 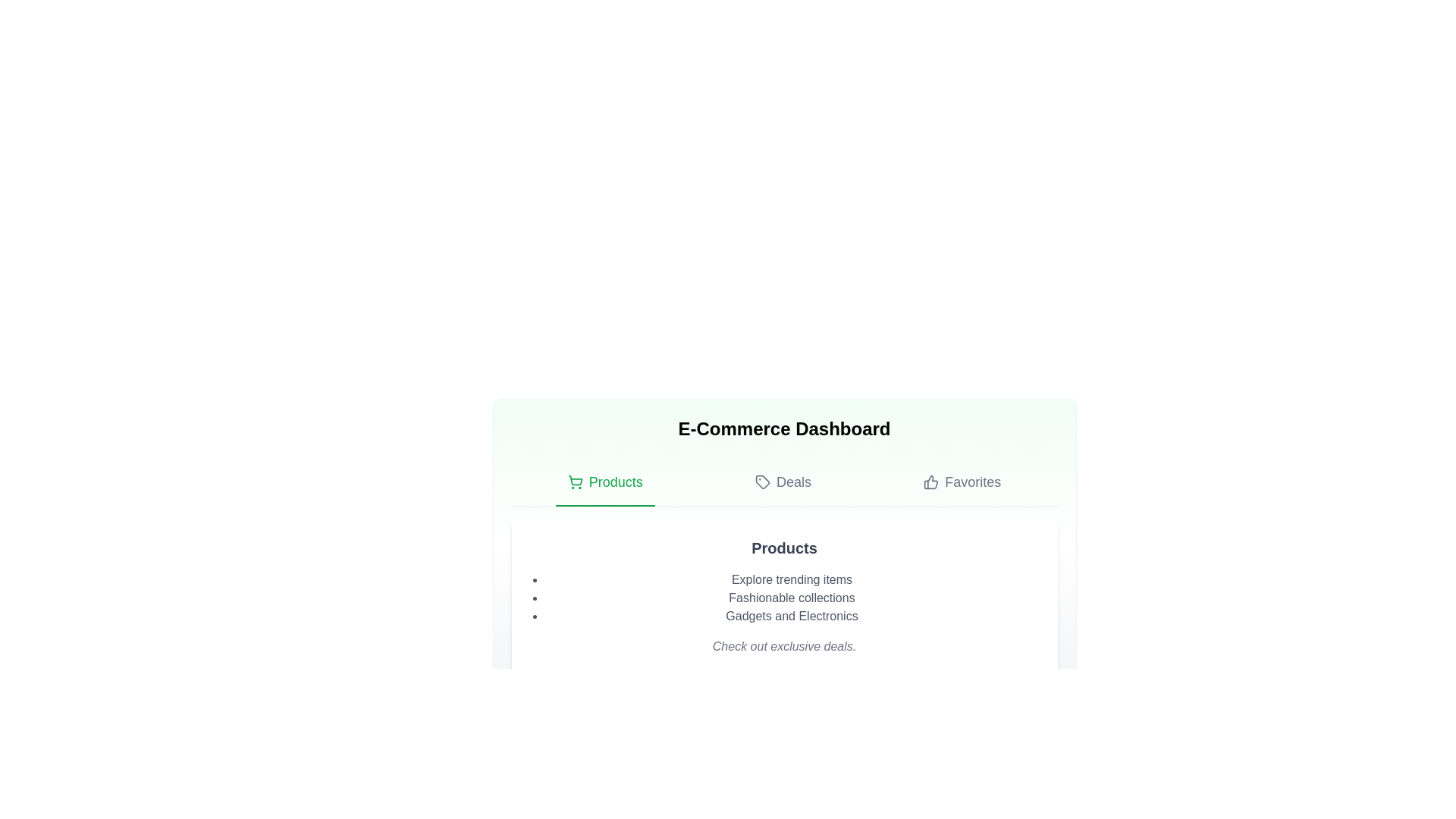 What do you see at coordinates (784, 595) in the screenshot?
I see `text content of the informational card showcasing trending products and promotional deals located in the lower part of the E-Commerce Dashboard section` at bounding box center [784, 595].